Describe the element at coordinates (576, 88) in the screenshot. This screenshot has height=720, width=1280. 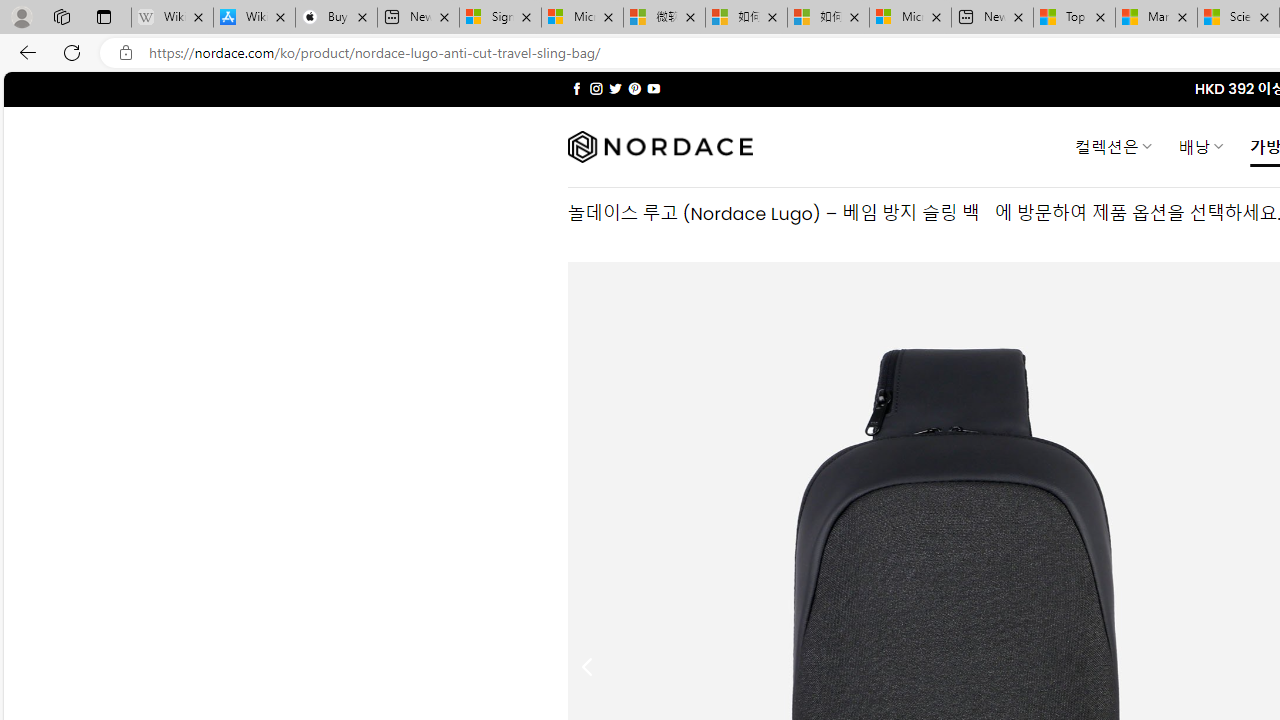
I see `'Follow on Facebook'` at that location.